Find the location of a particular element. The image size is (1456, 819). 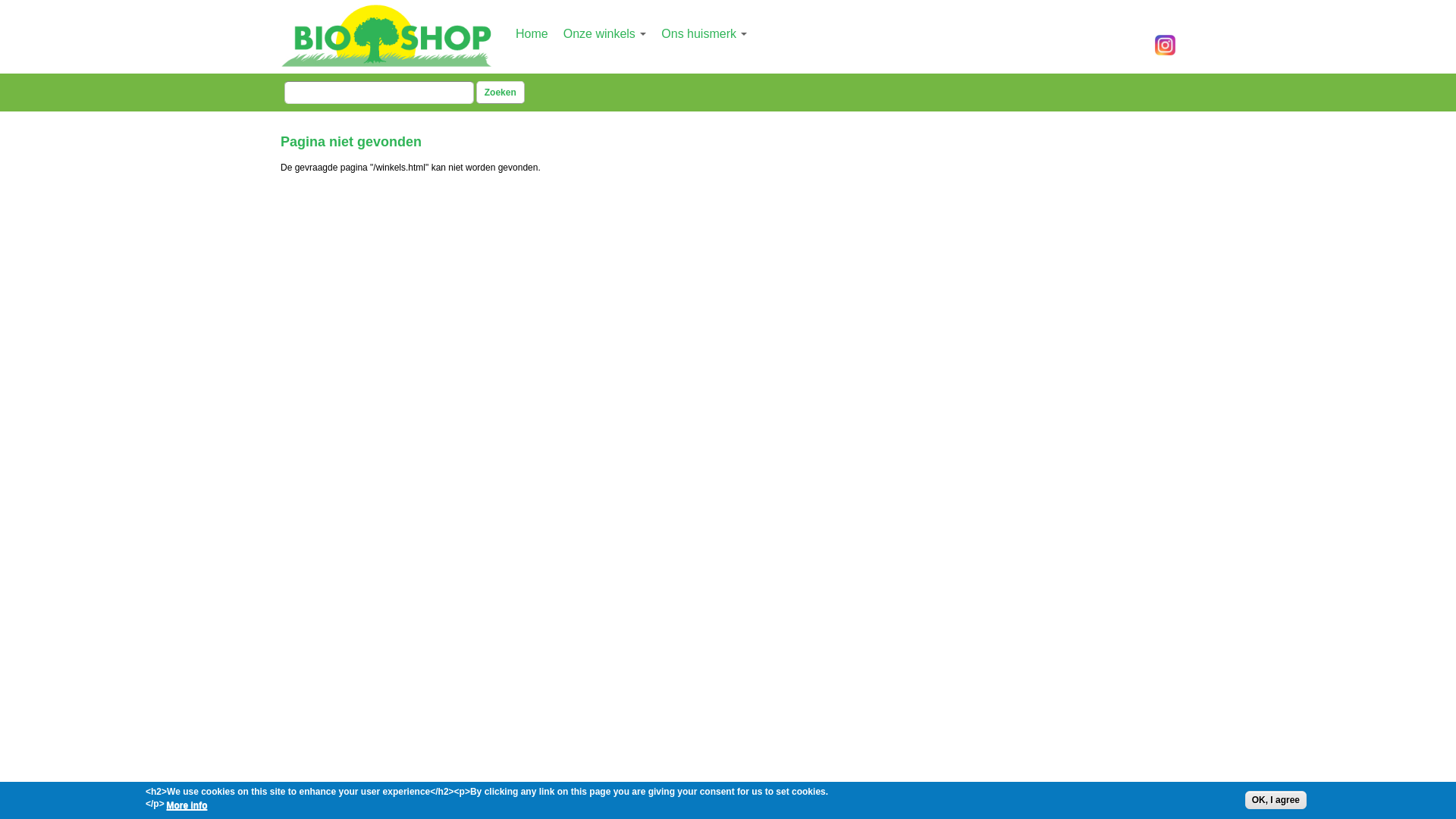

'Home' is located at coordinates (532, 33).